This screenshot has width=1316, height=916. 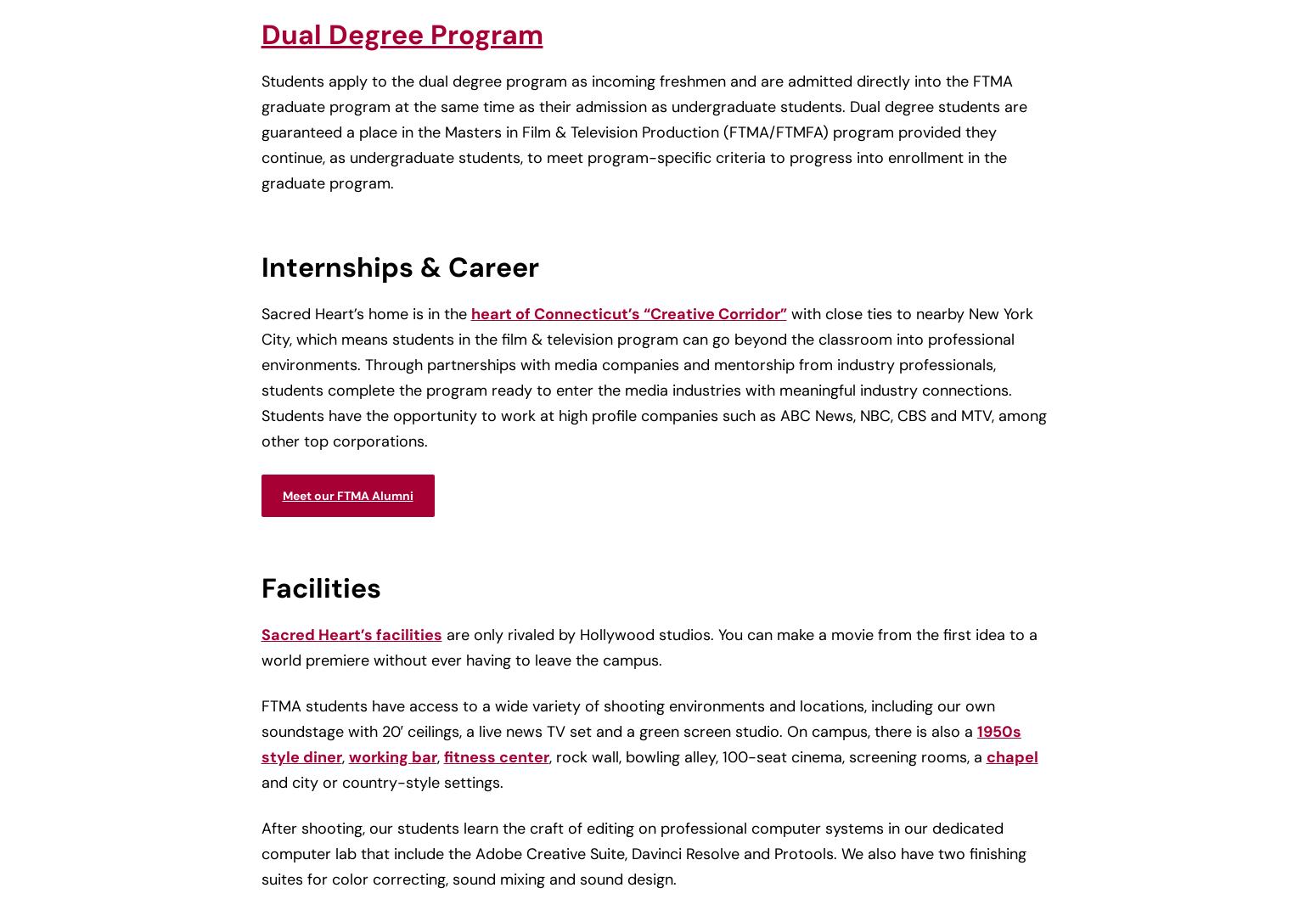 What do you see at coordinates (627, 313) in the screenshot?
I see `'heart of Connecticut’s “Creative Corridor”'` at bounding box center [627, 313].